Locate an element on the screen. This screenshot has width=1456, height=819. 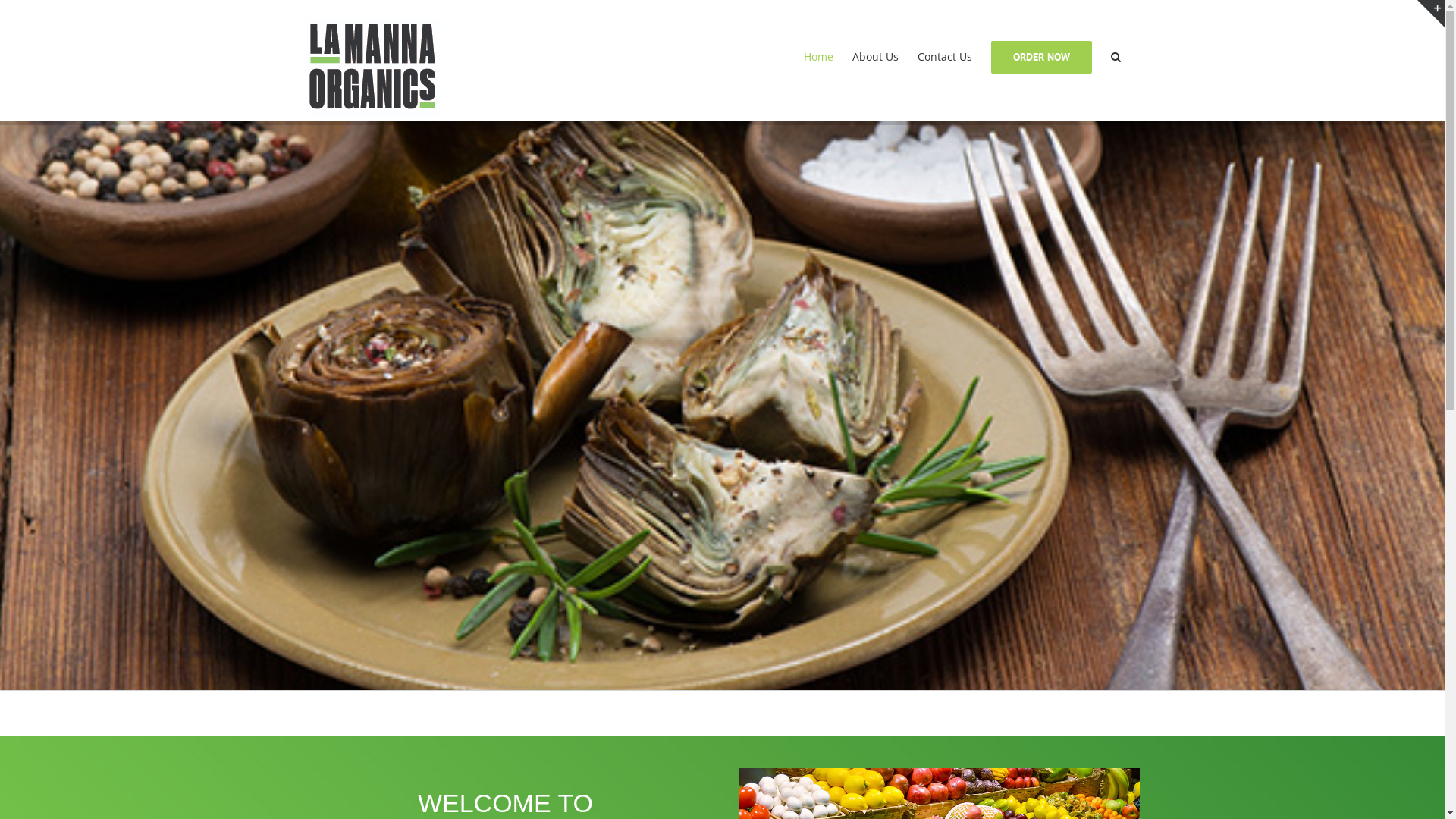
'Contact Us' is located at coordinates (944, 55).